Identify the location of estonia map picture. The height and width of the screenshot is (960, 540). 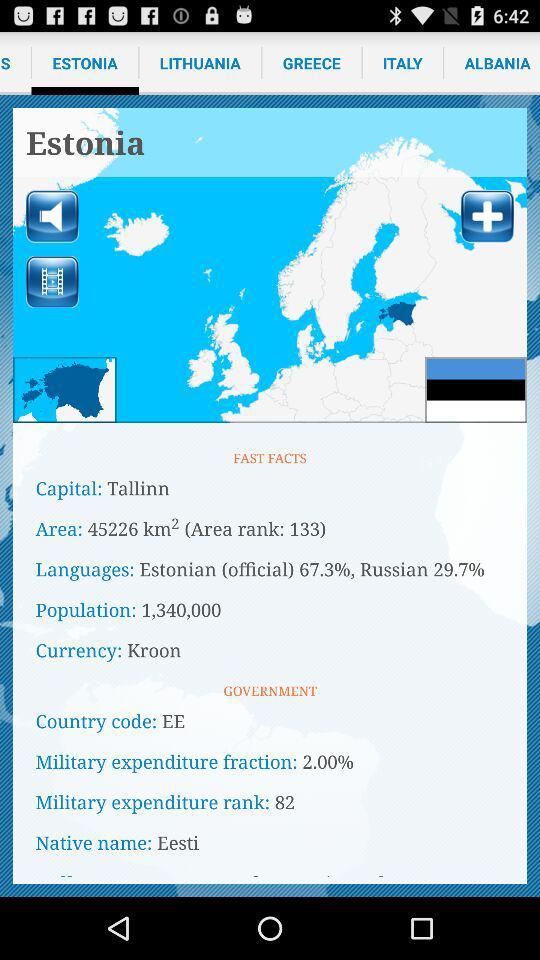
(270, 264).